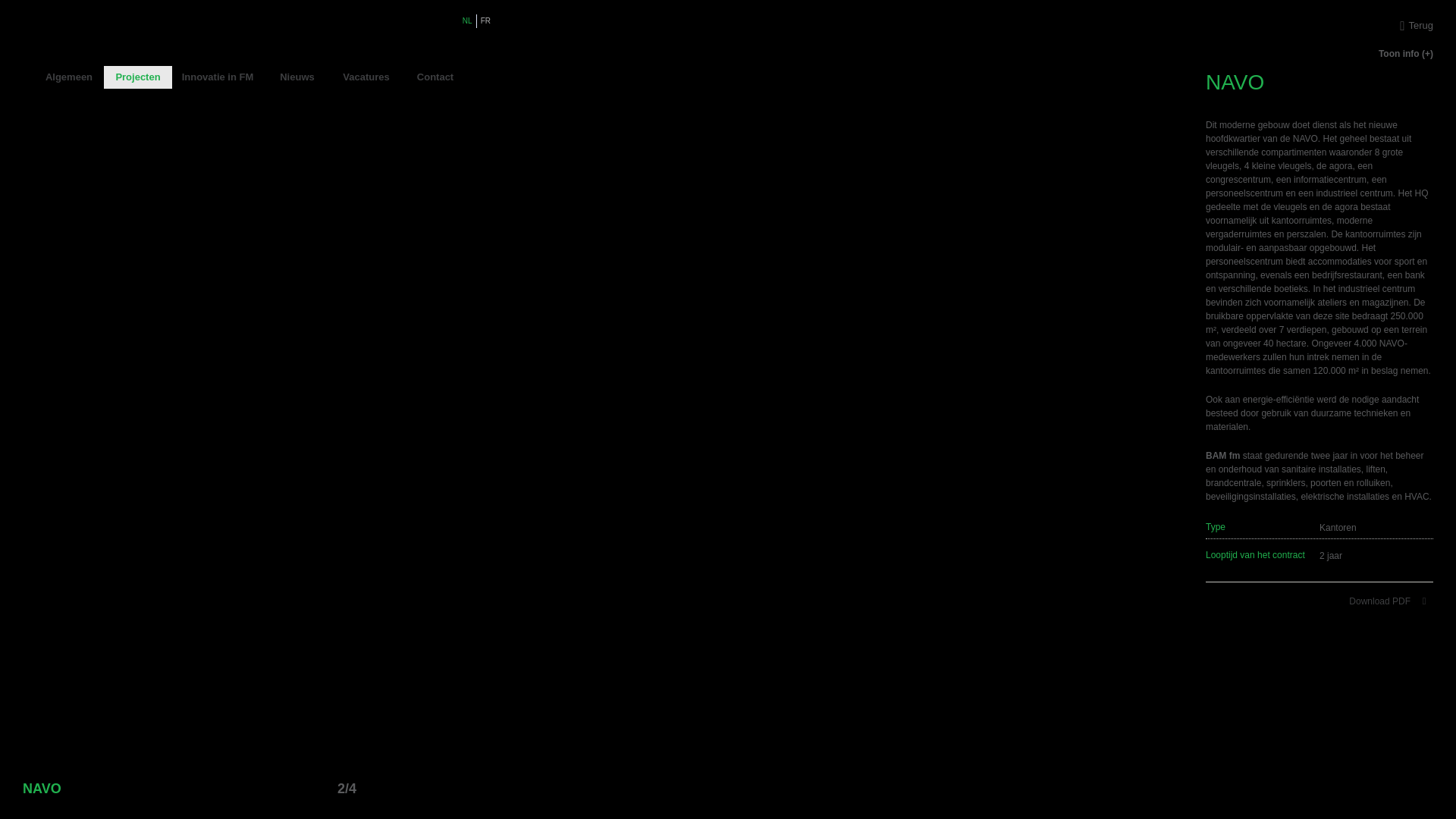  Describe the element at coordinates (68, 77) in the screenshot. I see `'Algemeen'` at that location.